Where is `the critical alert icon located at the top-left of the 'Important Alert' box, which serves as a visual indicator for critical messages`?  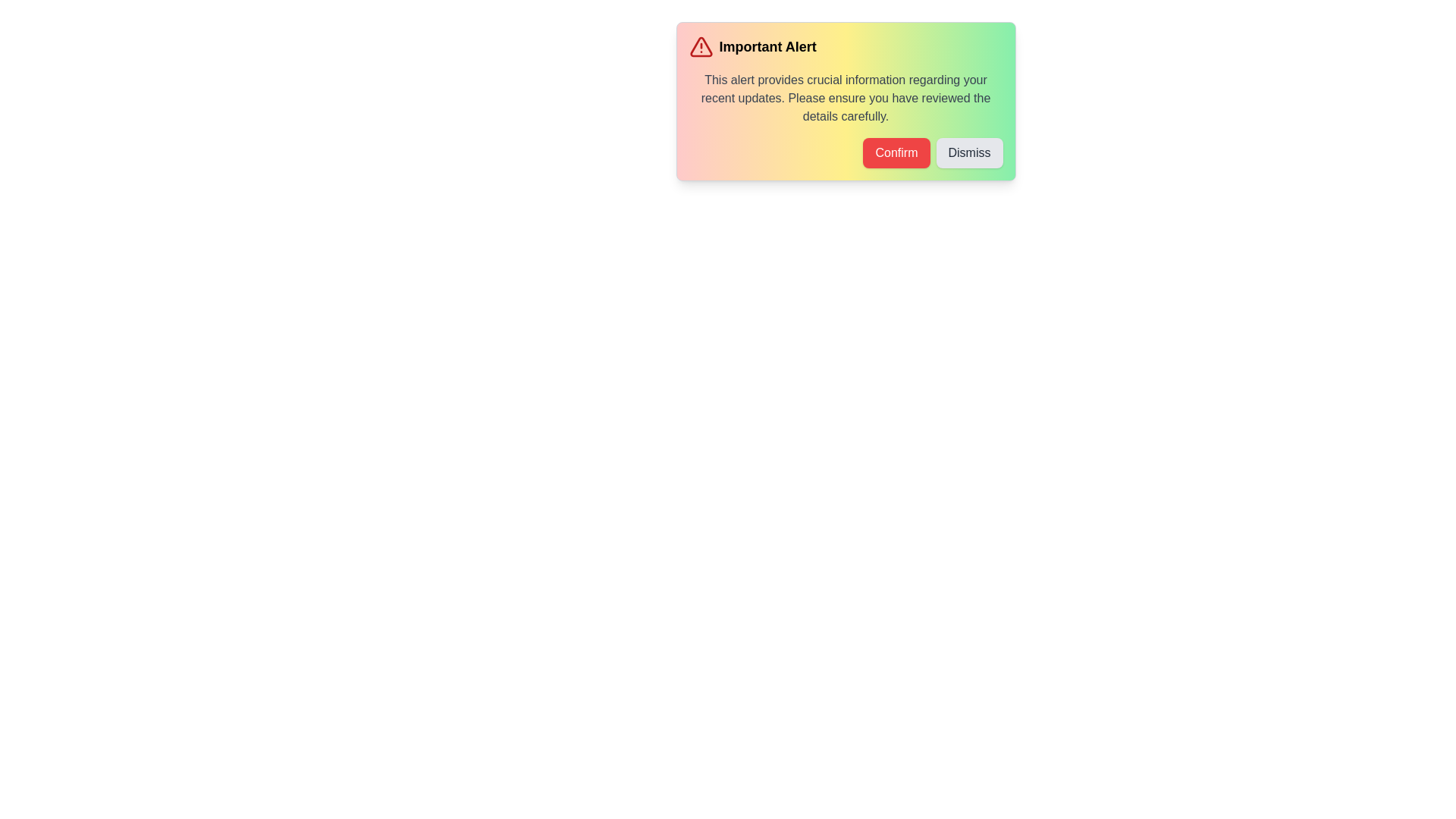
the critical alert icon located at the top-left of the 'Important Alert' box, which serves as a visual indicator for critical messages is located at coordinates (700, 45).